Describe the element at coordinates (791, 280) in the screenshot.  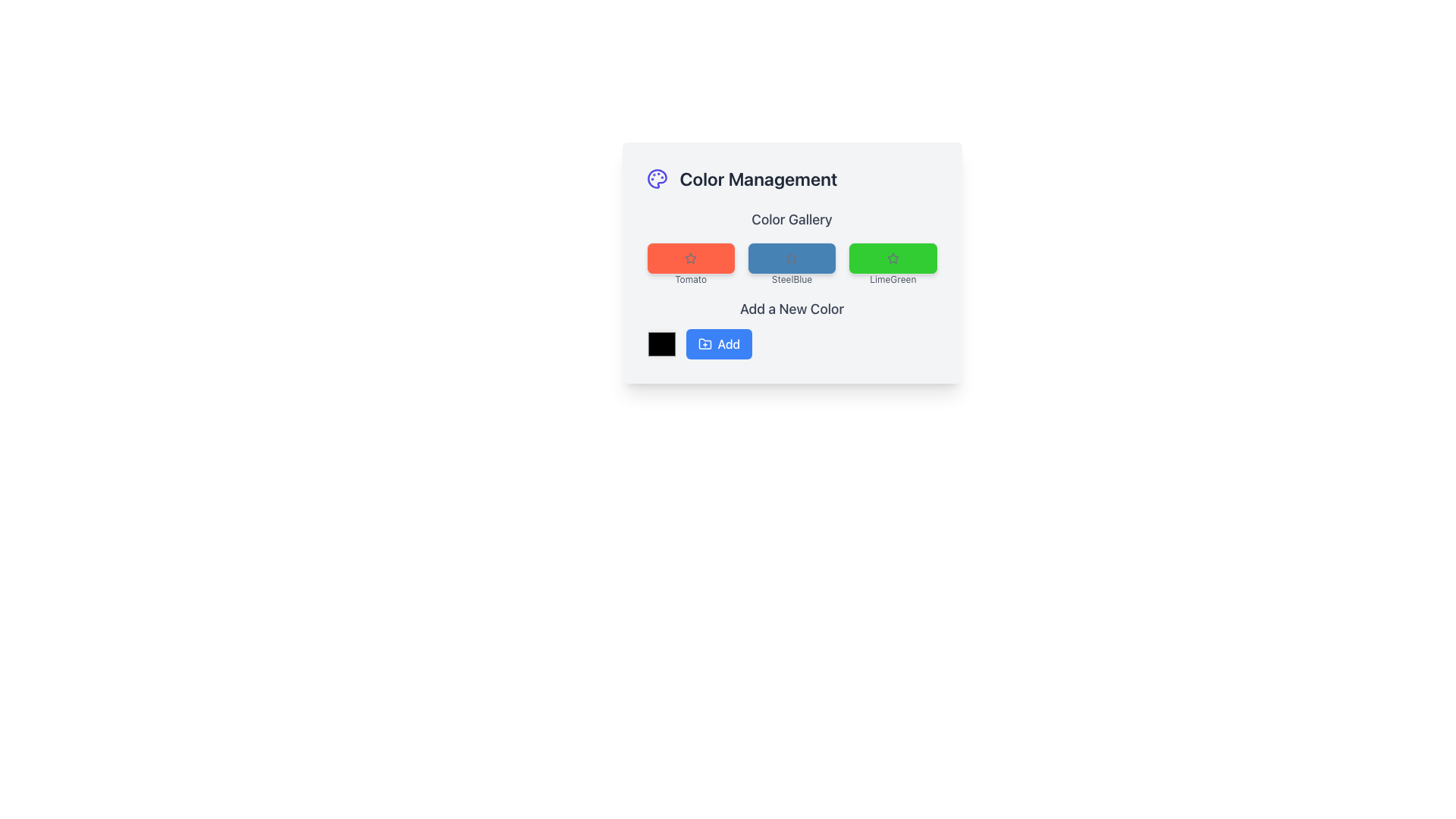
I see `the text label located directly below the 'SteelBlue' button in the color gallery section, which describes the color associated with the button` at that location.